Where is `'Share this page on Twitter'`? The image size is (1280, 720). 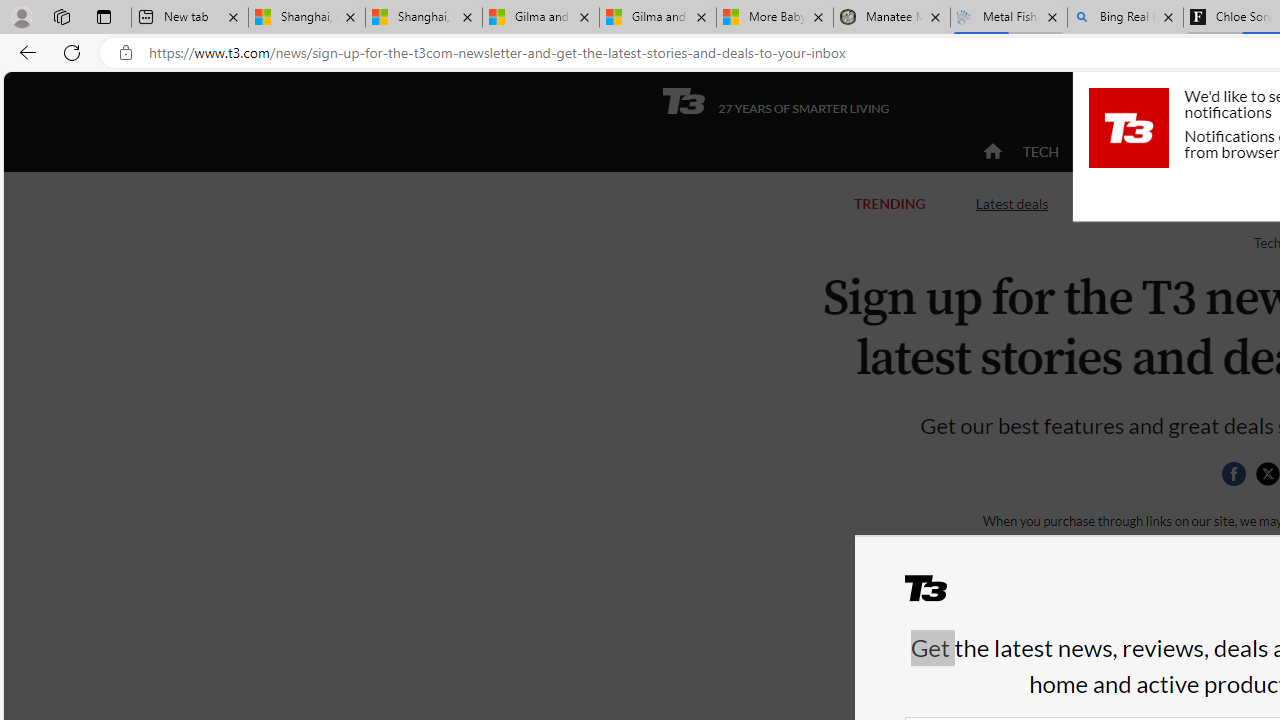 'Share this page on Twitter' is located at coordinates (1266, 474).